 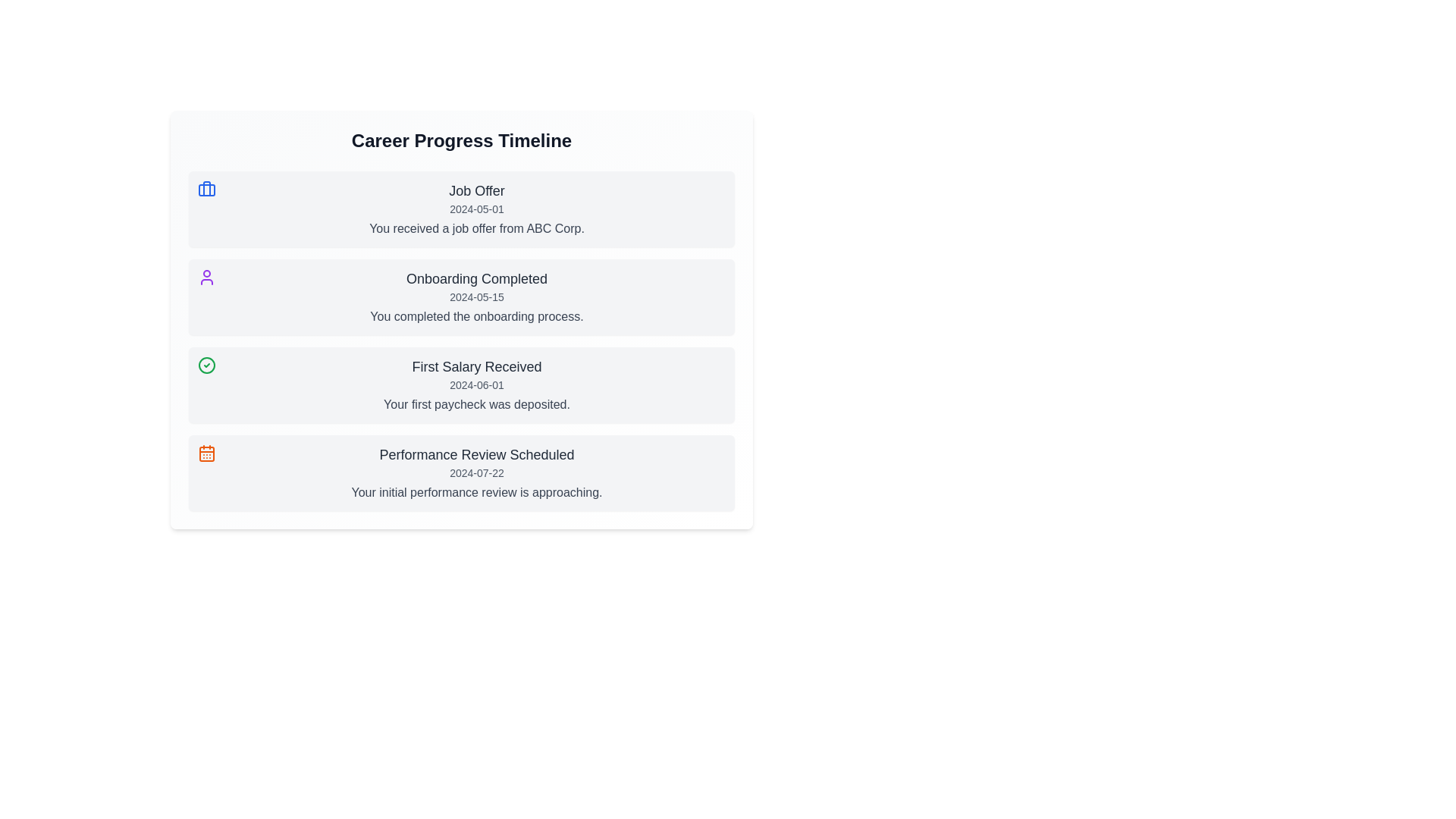 What do you see at coordinates (206, 188) in the screenshot?
I see `the blue vertical line icon that is part of the SVG graphic located to the left of the 'Job Offer' text in the 'Career Progress Timeline' section` at bounding box center [206, 188].